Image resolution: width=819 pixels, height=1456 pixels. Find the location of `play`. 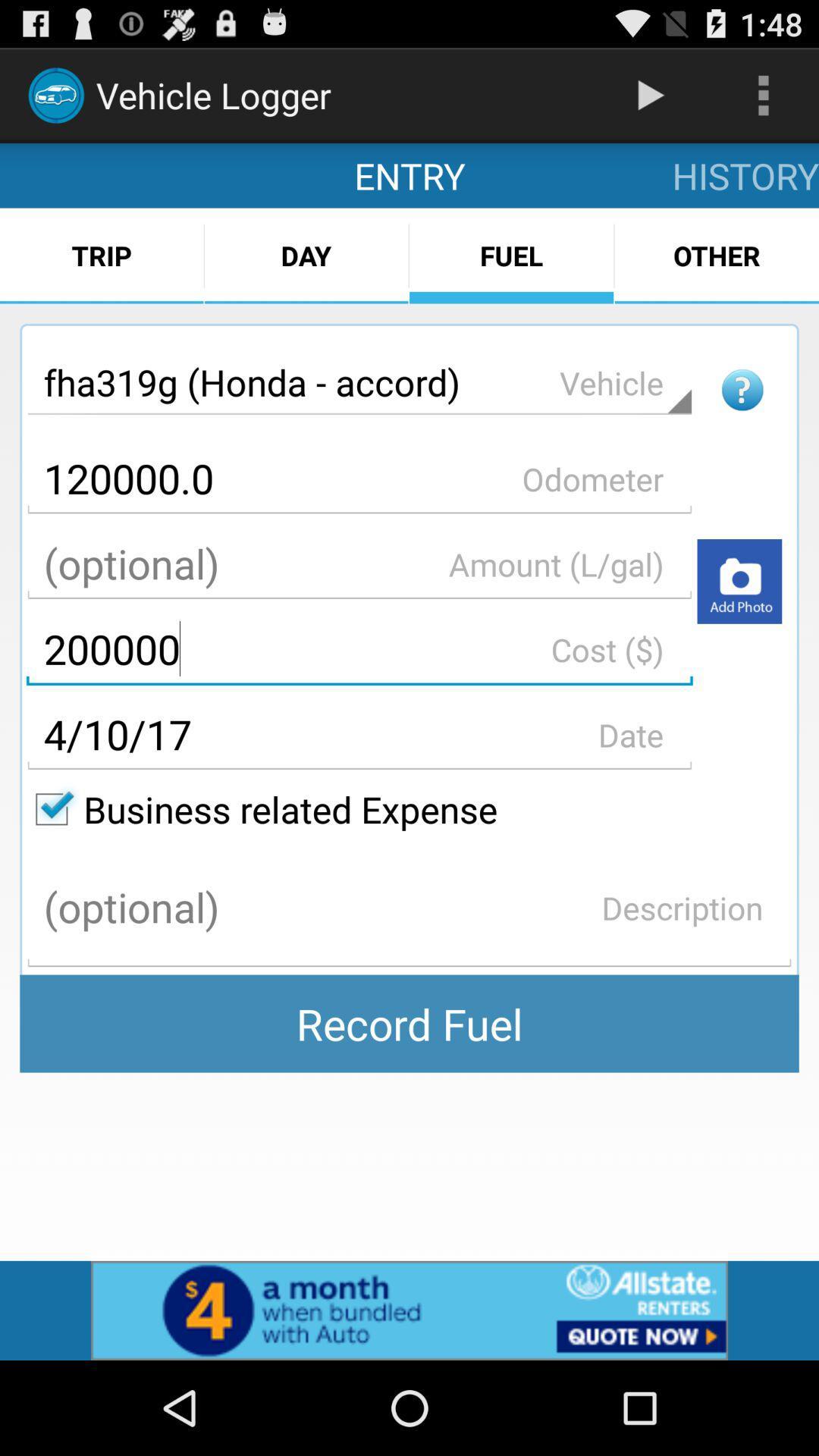

play is located at coordinates (739, 580).